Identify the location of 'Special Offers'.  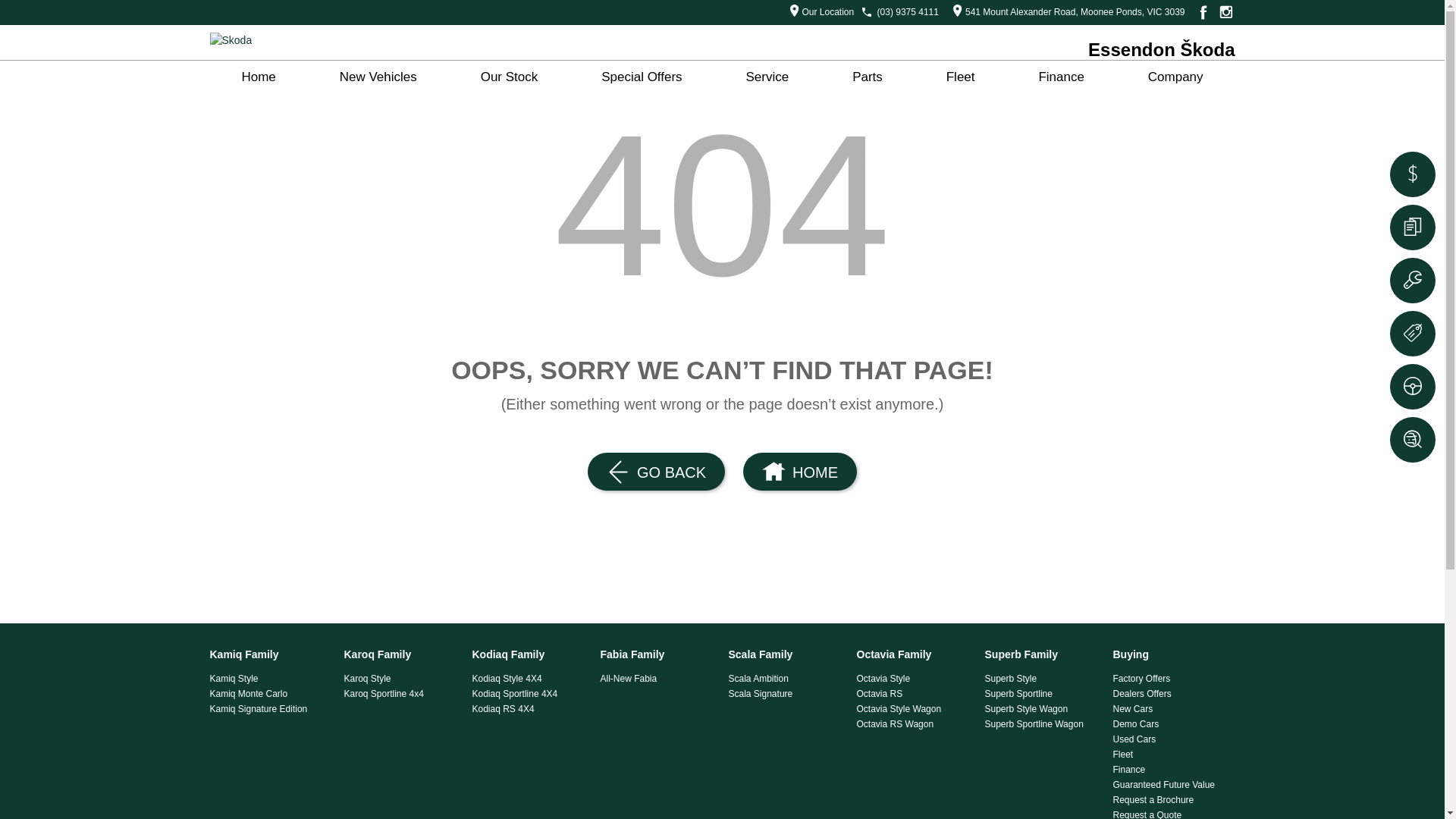
(641, 77).